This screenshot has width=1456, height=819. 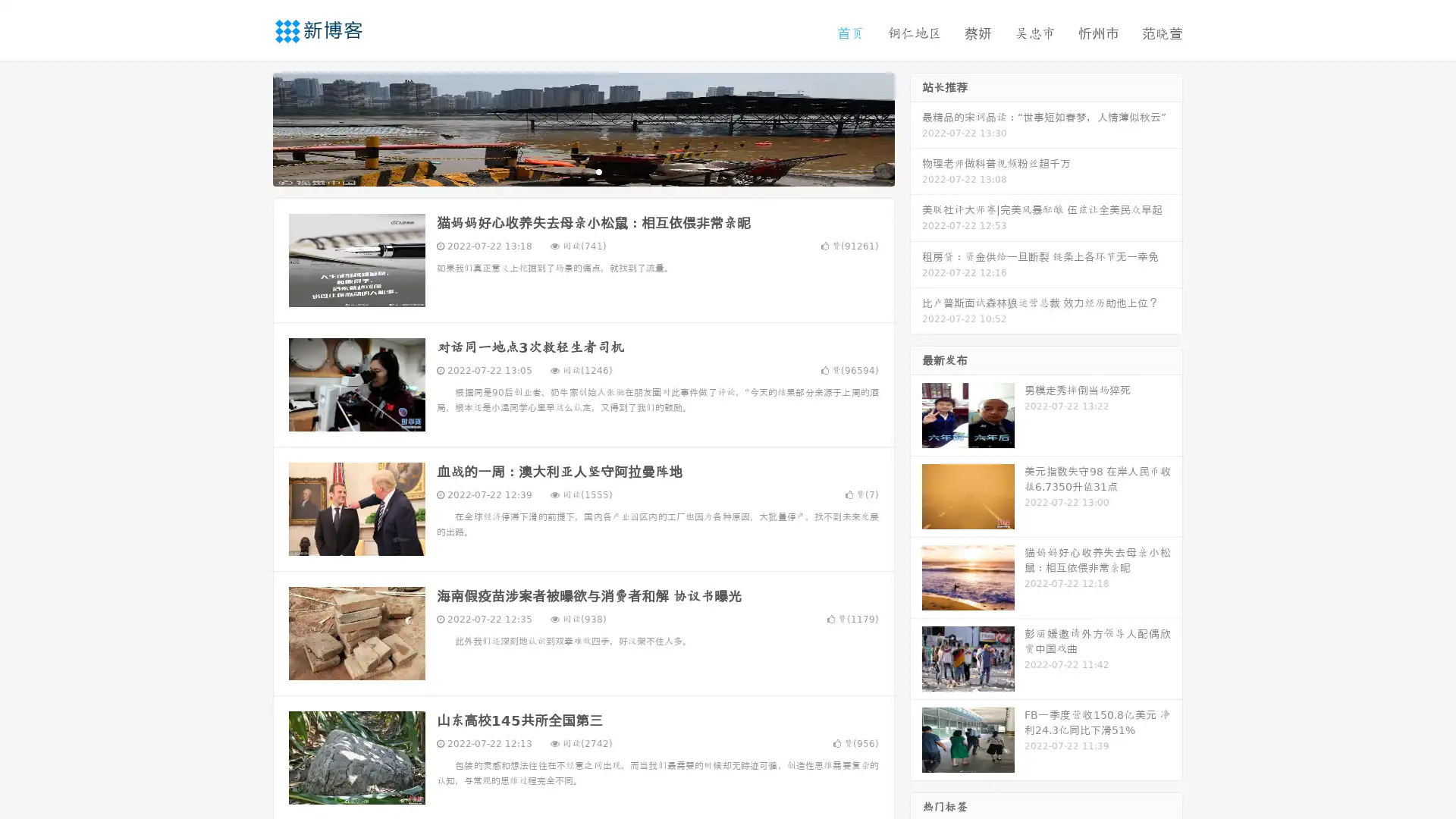 I want to click on Previous slide, so click(x=250, y=127).